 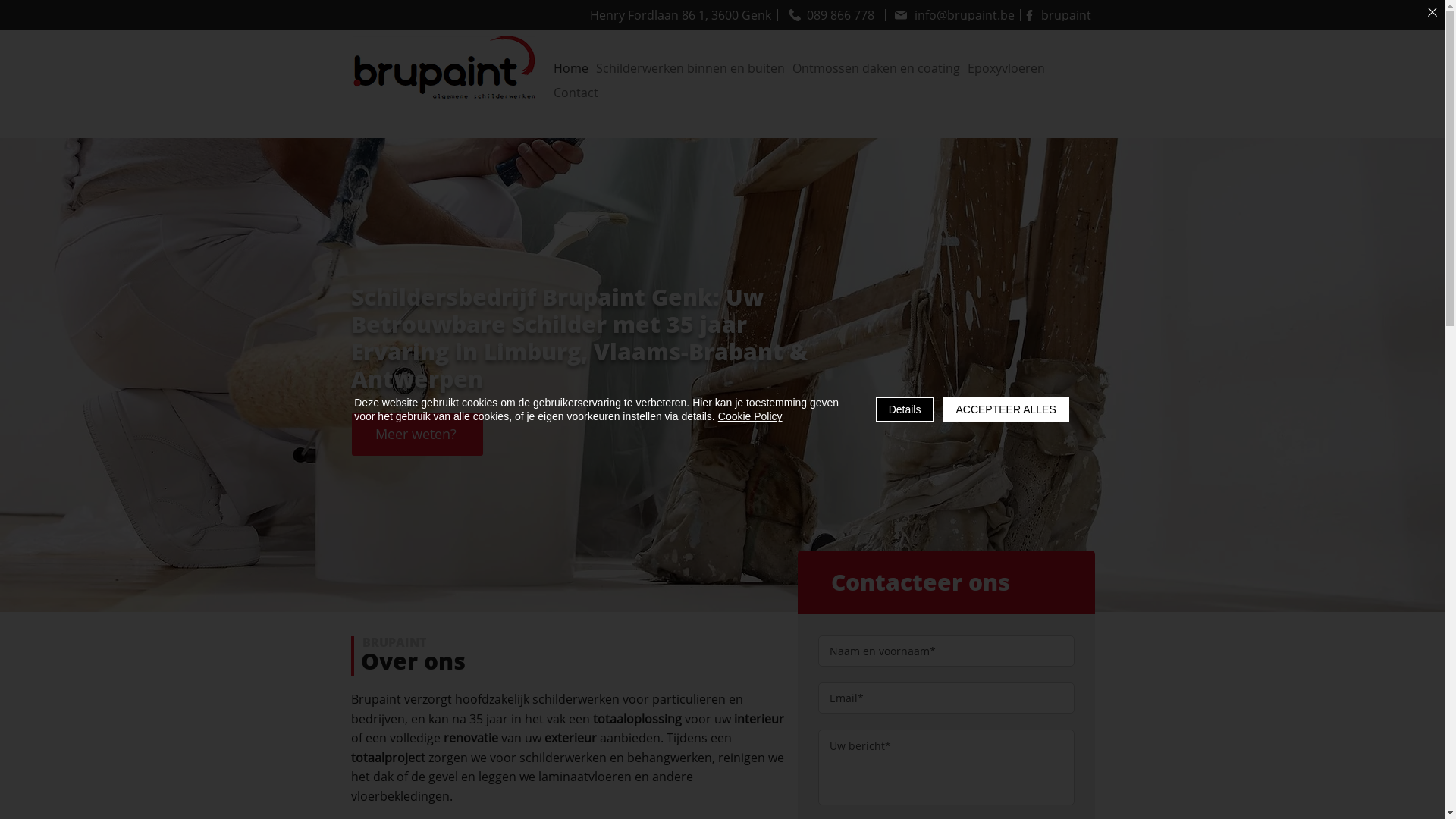 I want to click on 'Contact', so click(x=575, y=93).